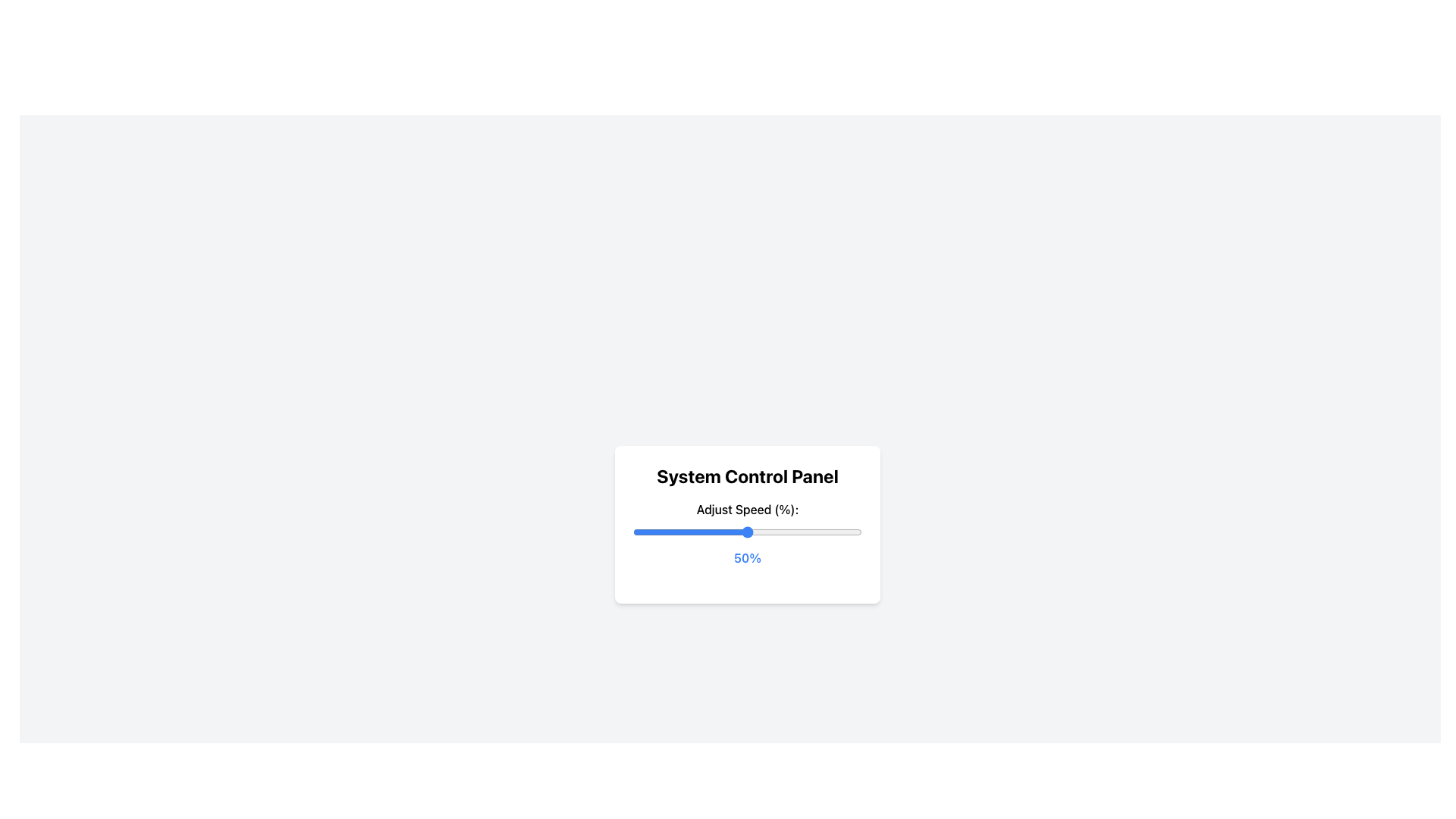 This screenshot has width=1456, height=819. I want to click on the slider value, so click(833, 532).